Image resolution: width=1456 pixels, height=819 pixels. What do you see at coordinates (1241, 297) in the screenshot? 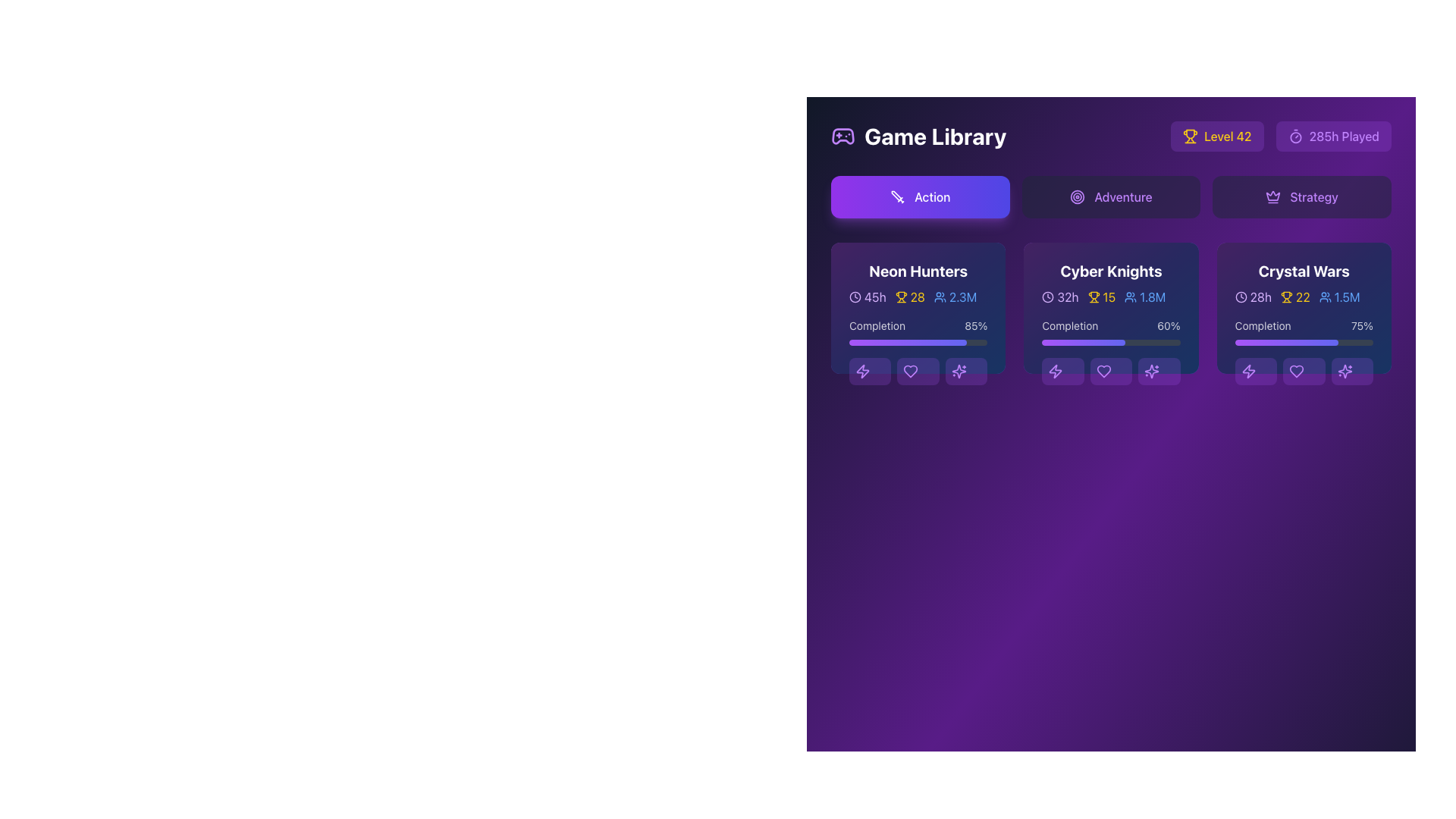
I see `the time-related metric icon located at the top-left corner of the game card, displayed before the text '28h'` at bounding box center [1241, 297].